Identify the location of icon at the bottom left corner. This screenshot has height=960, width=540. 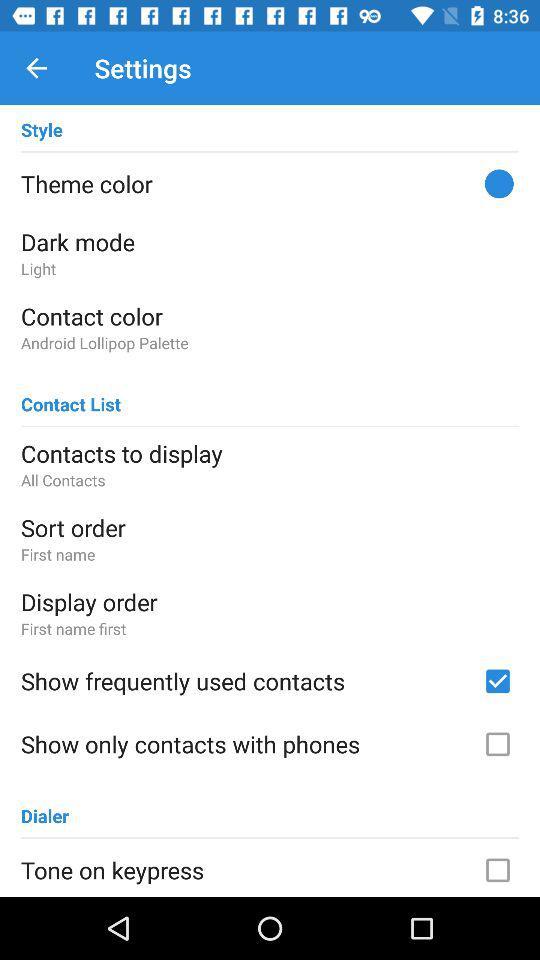
(44, 807).